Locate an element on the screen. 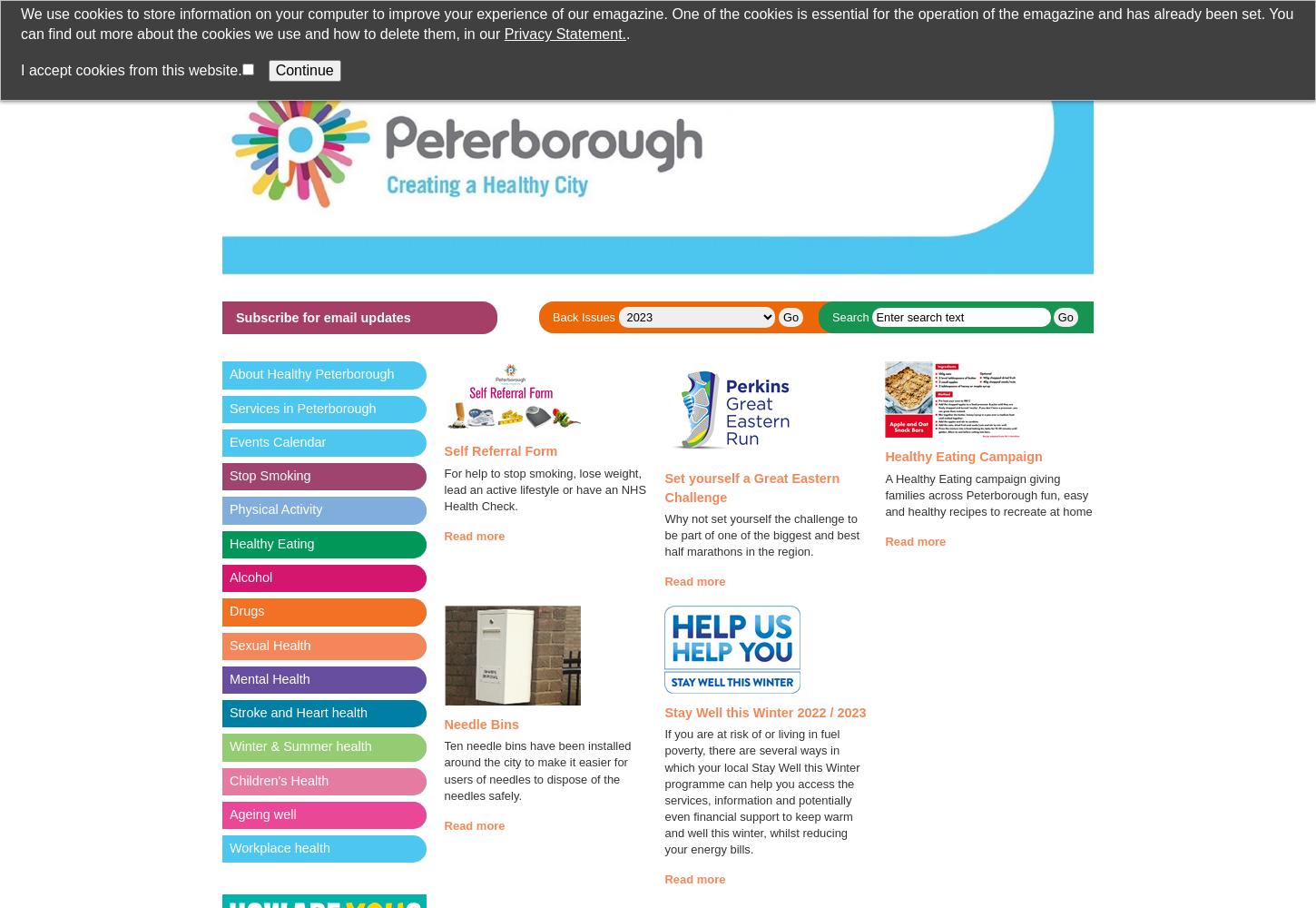  'Events Calendar' is located at coordinates (277, 440).